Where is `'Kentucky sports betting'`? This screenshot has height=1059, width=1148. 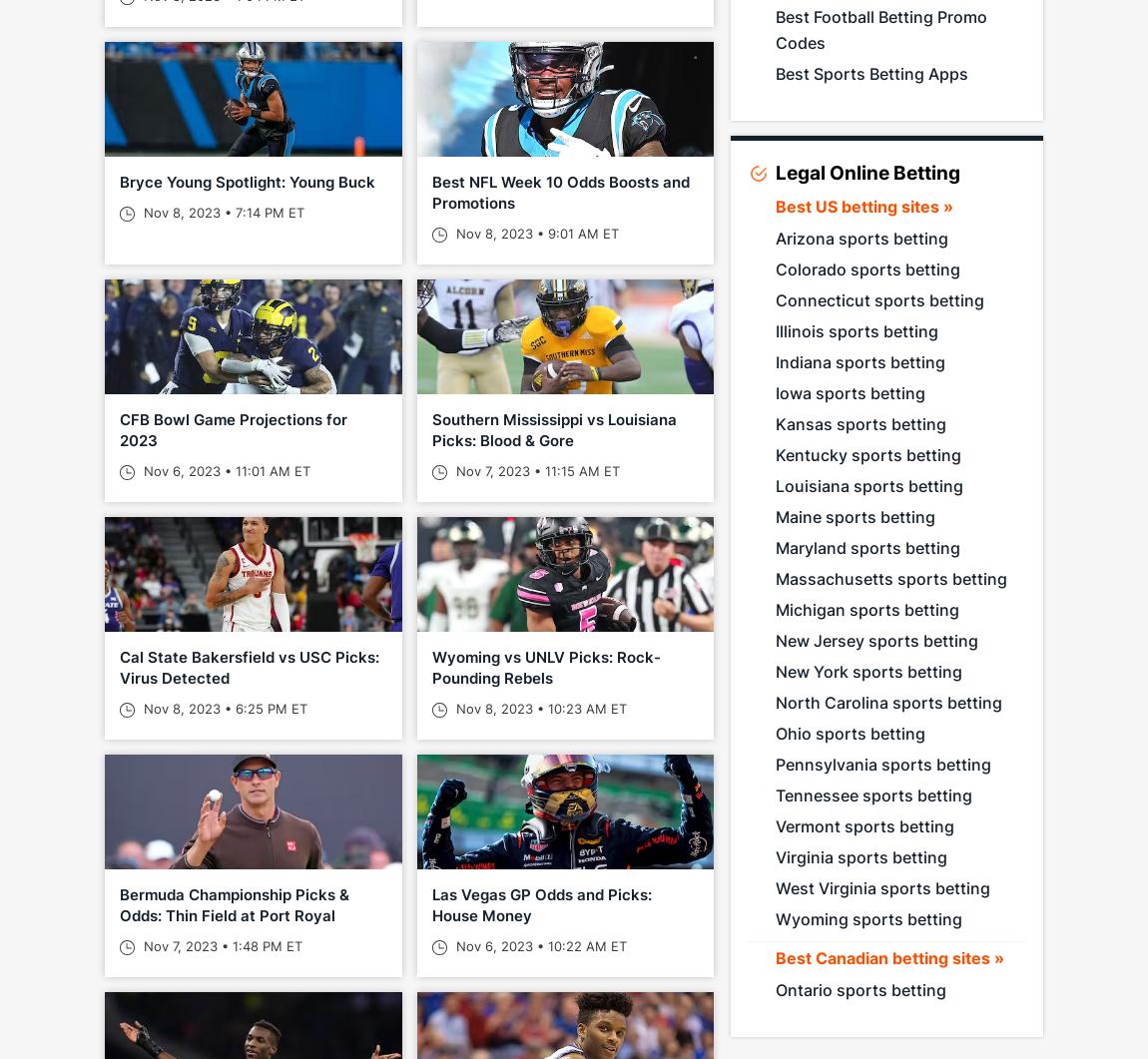 'Kentucky sports betting' is located at coordinates (867, 455).